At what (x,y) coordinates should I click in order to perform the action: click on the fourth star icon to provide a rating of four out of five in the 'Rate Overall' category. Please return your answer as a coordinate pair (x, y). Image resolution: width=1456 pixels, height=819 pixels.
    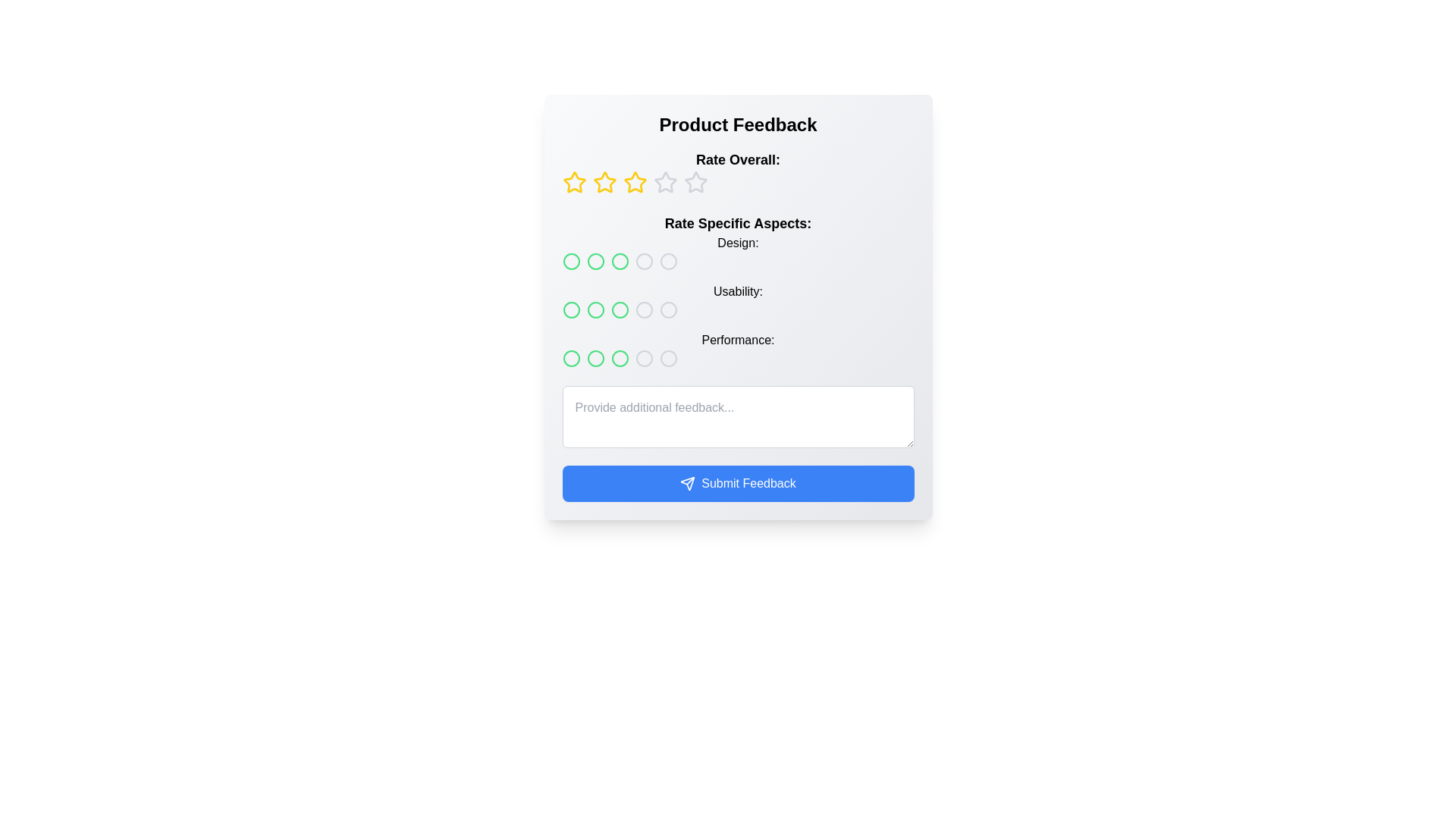
    Looking at the image, I should click on (665, 180).